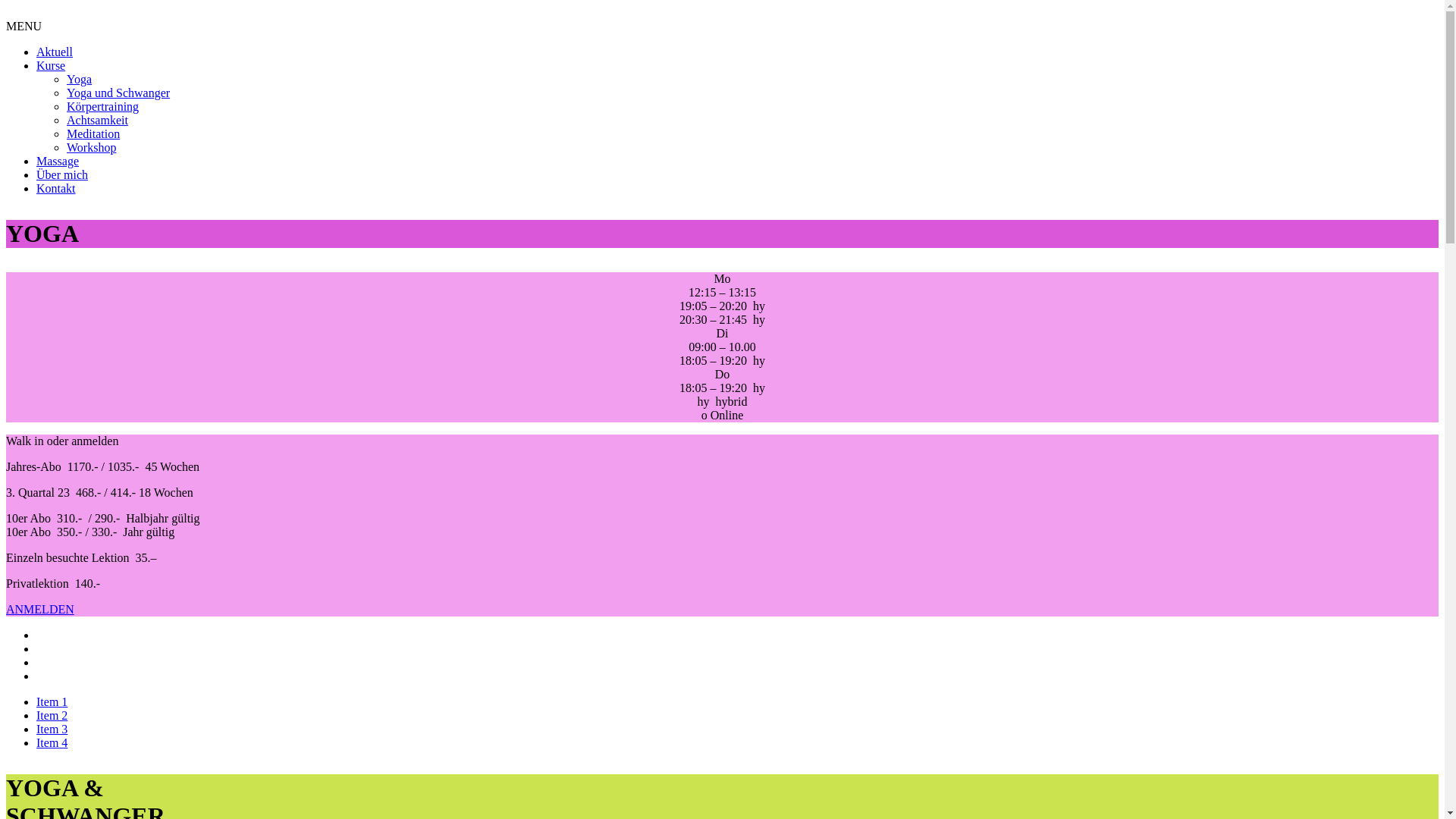 This screenshot has height=819, width=1456. What do you see at coordinates (52, 742) in the screenshot?
I see `'Item 4'` at bounding box center [52, 742].